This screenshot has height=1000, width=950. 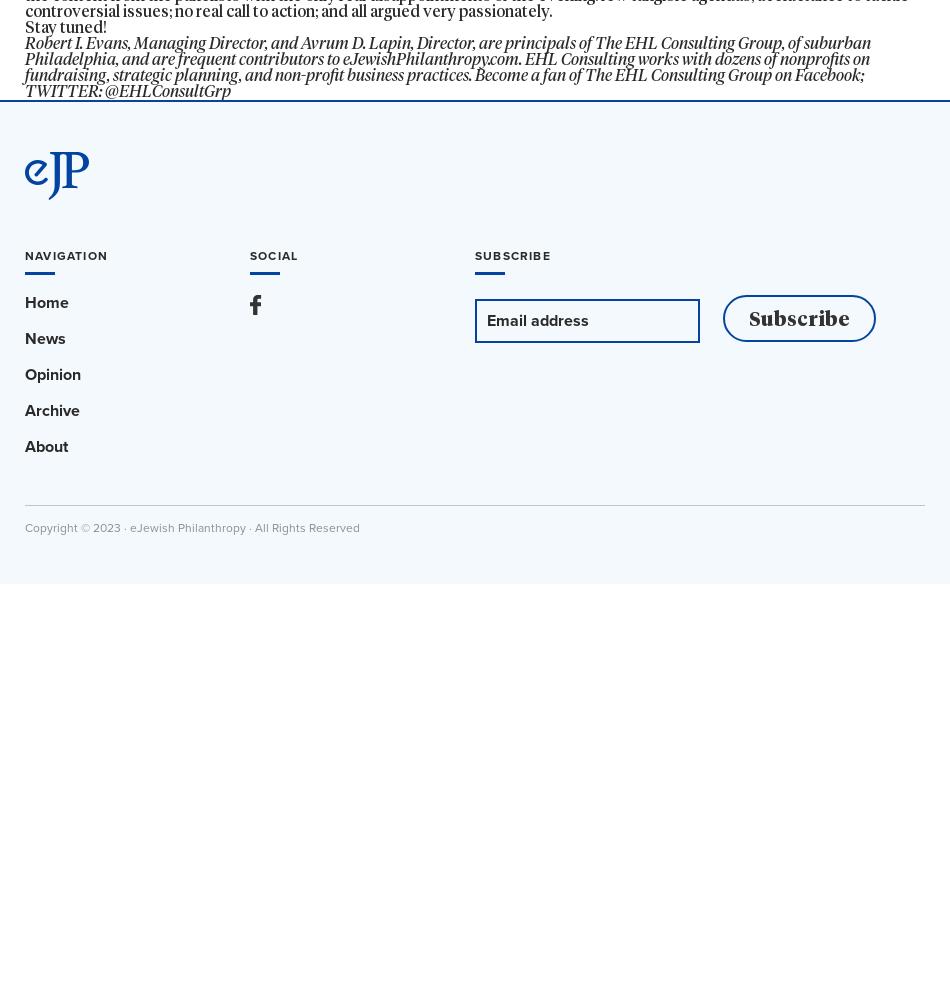 I want to click on 'Copyright © 2023 · eJewish Philanthropy · All Rights Reserved', so click(x=192, y=527).